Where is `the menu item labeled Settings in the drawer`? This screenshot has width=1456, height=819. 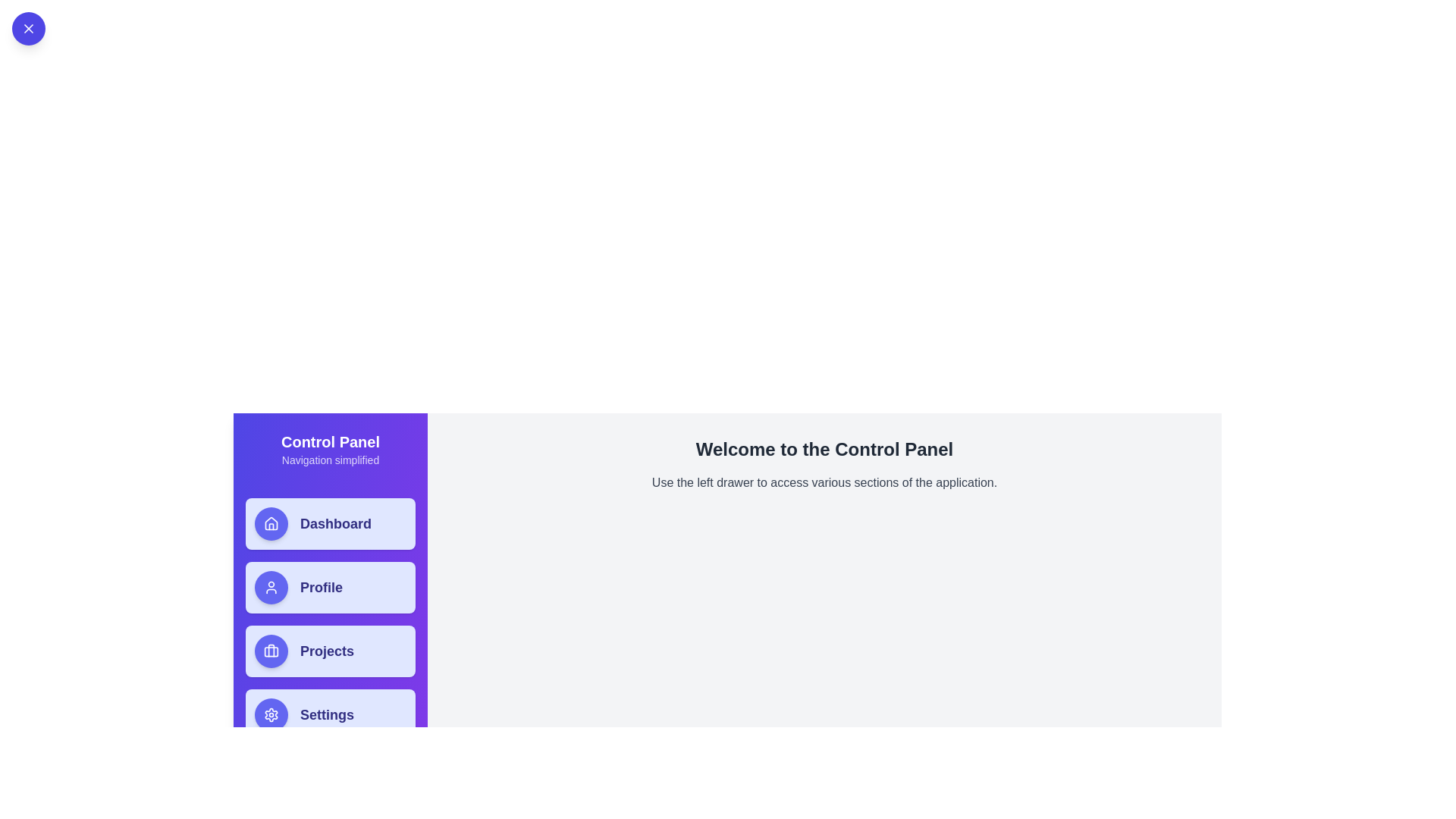
the menu item labeled Settings in the drawer is located at coordinates (330, 714).